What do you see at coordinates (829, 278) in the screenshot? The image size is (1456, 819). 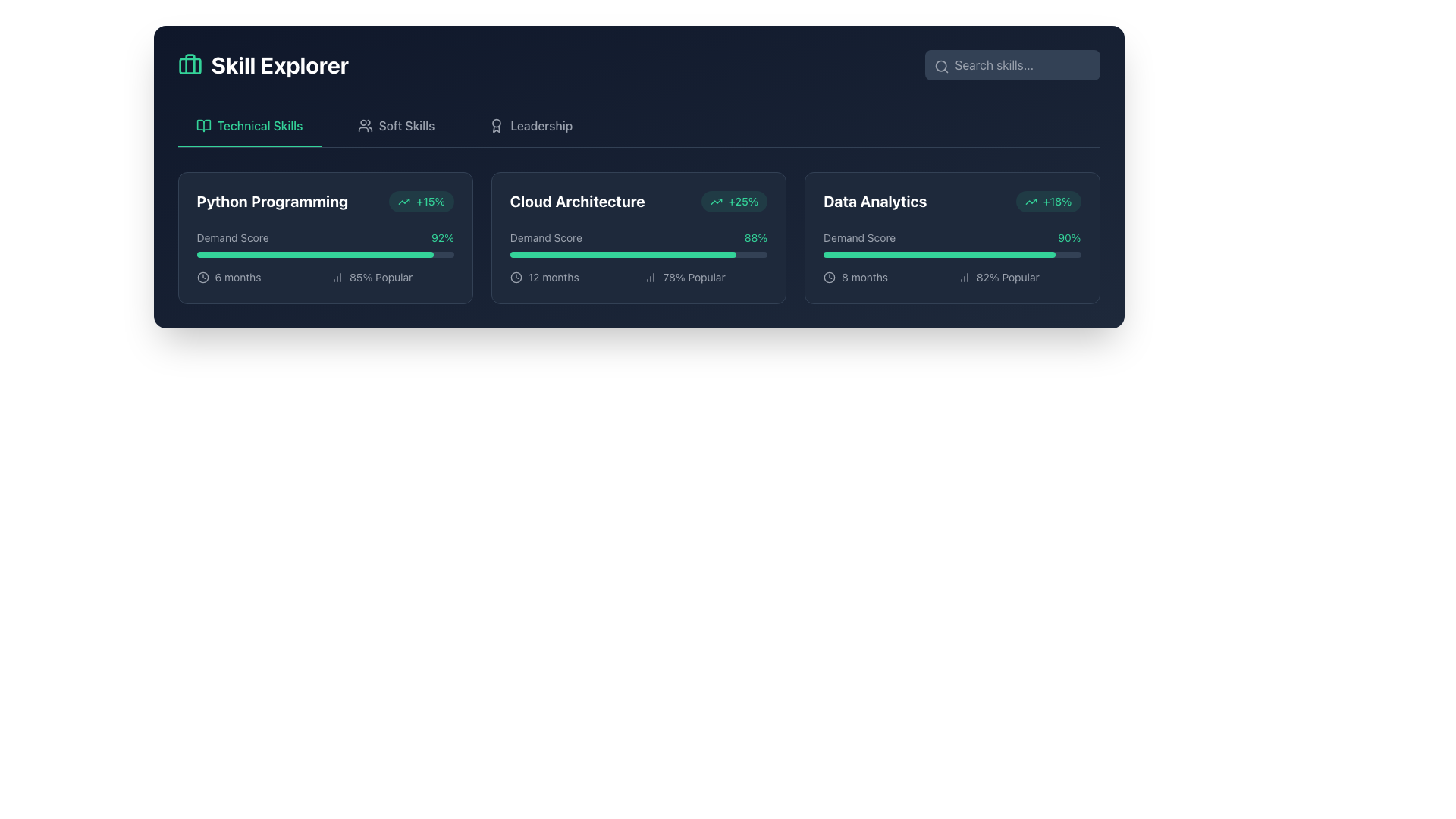 I see `the circular vector graphic of the clock icon representing the 'Data Analytics' skill's duration in the Technical Skills interface` at bounding box center [829, 278].